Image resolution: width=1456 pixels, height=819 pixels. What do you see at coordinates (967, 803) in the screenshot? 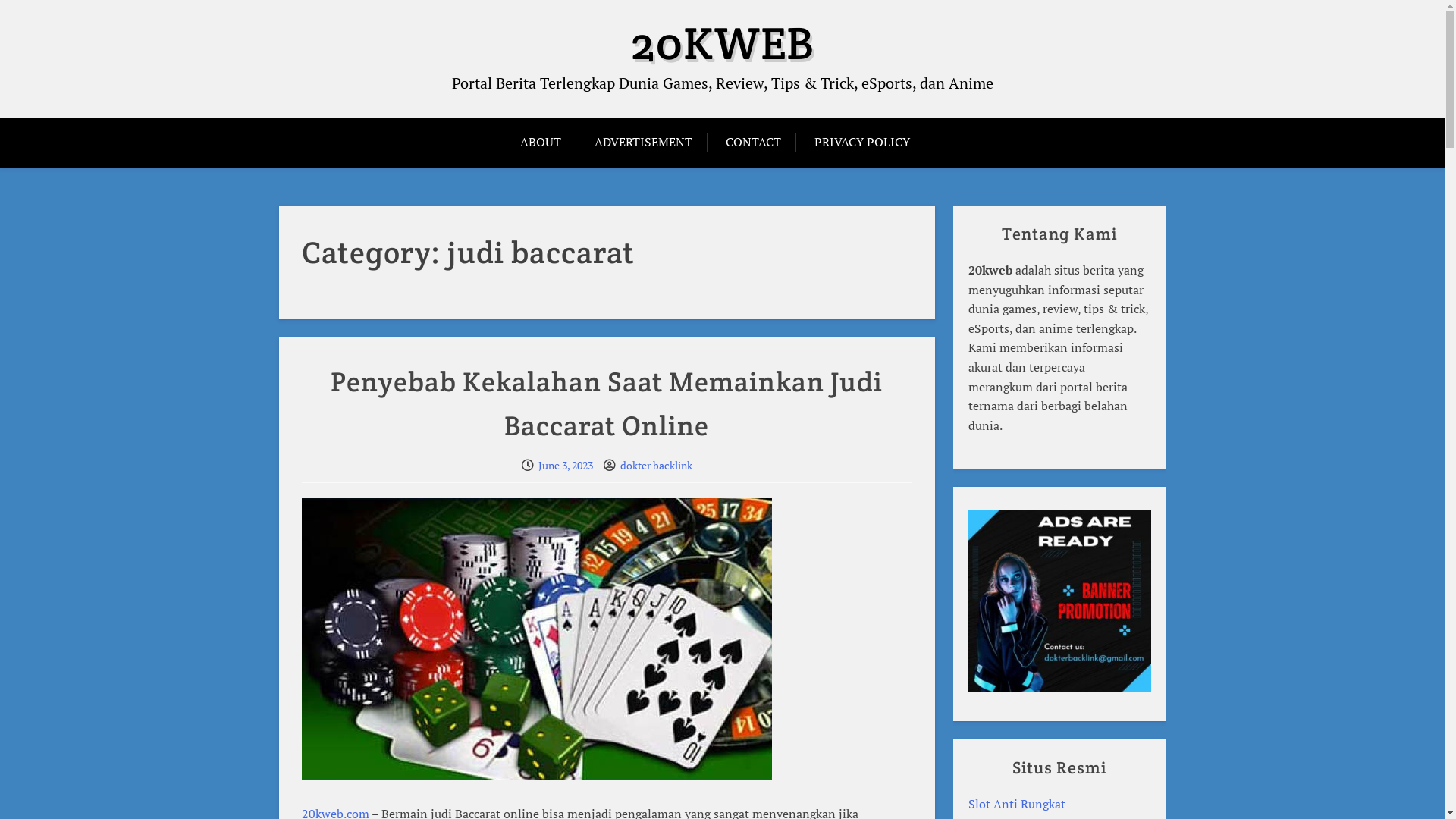
I see `'Slot Anti Rungkat'` at bounding box center [967, 803].